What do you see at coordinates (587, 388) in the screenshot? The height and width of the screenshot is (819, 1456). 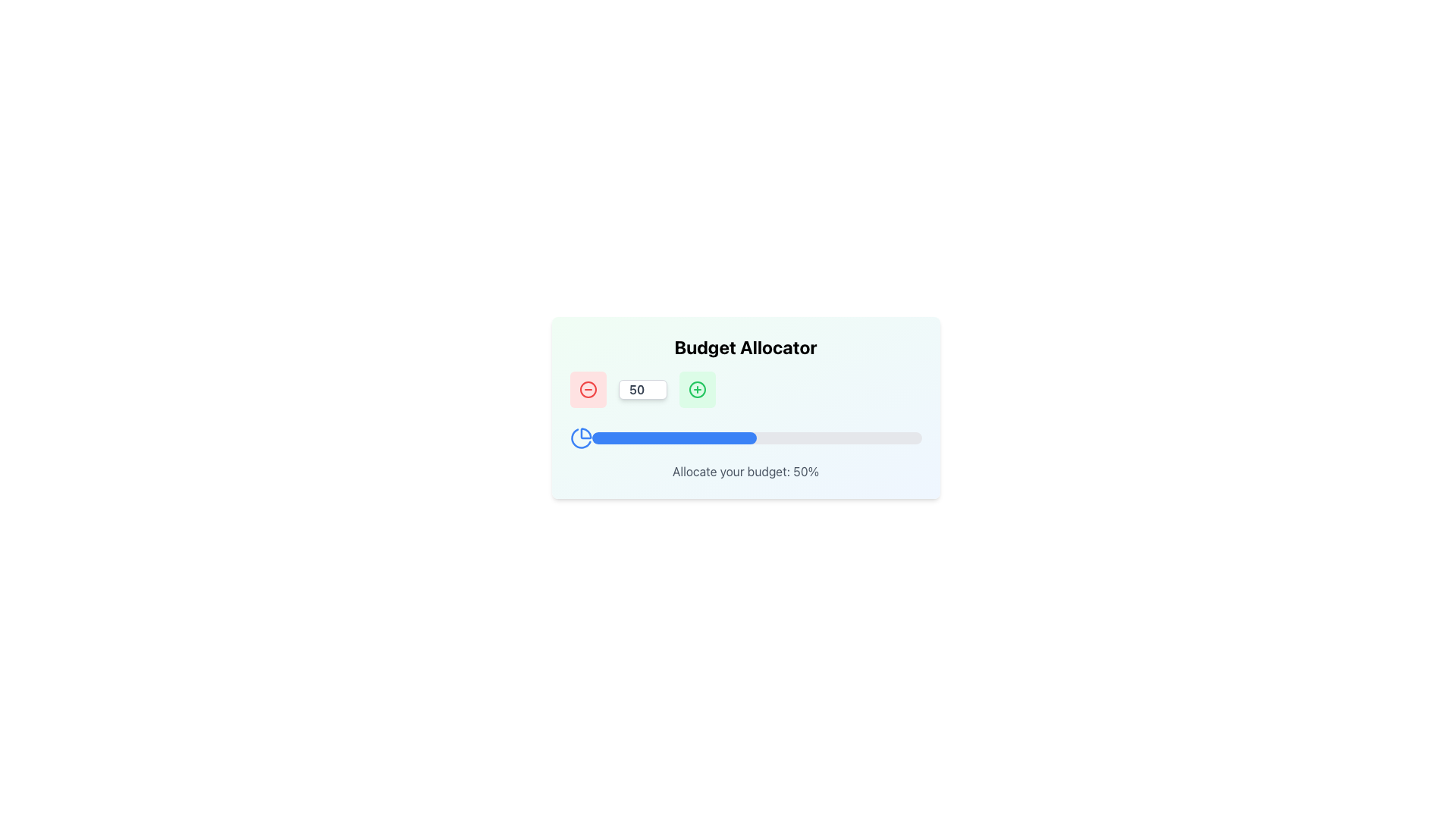 I see `the red circular minus button located on the left side of the 'Budget Allocator' interface` at bounding box center [587, 388].